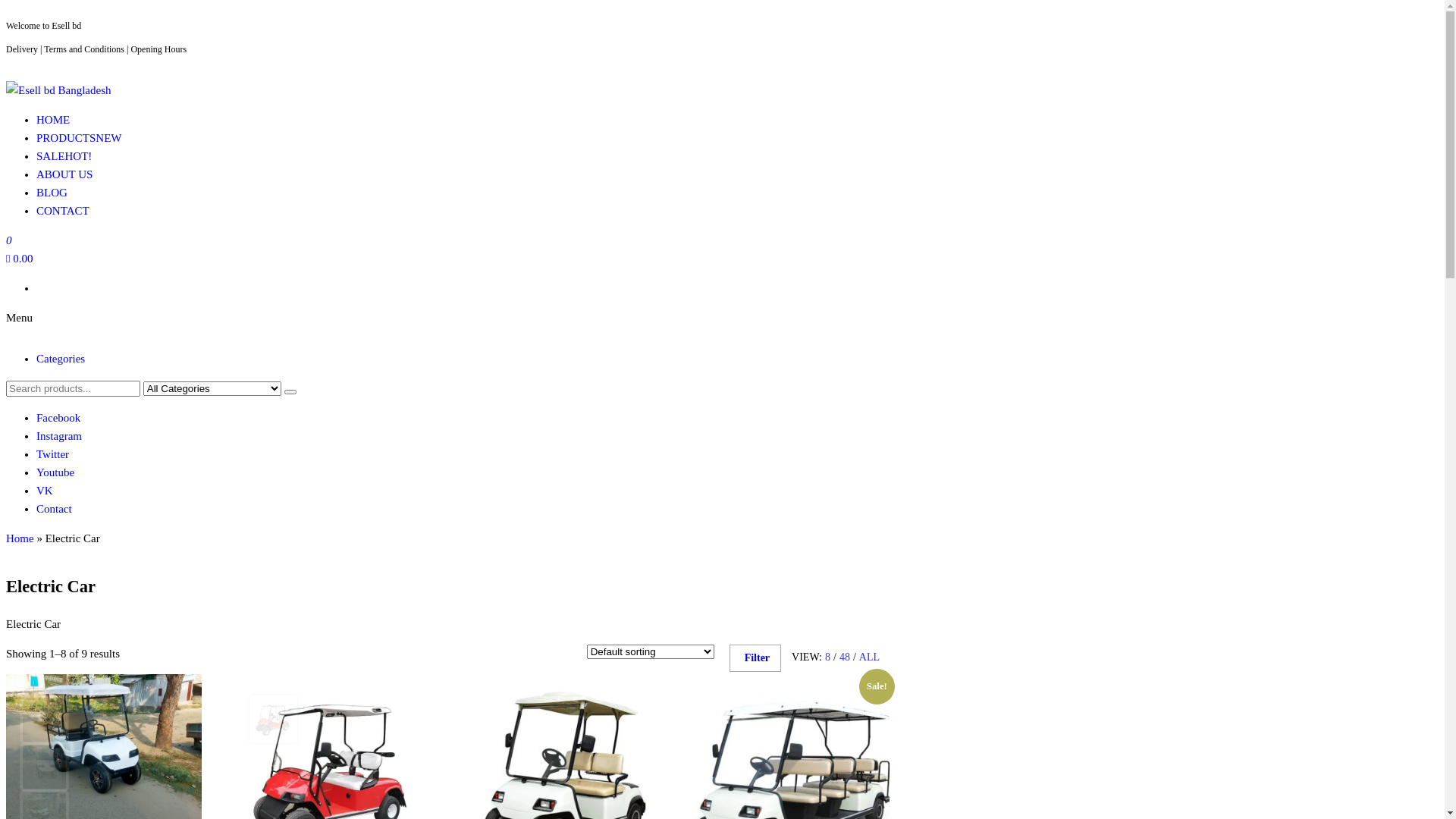 Image resolution: width=1456 pixels, height=819 pixels. Describe the element at coordinates (63, 155) in the screenshot. I see `'SALEHOT!'` at that location.